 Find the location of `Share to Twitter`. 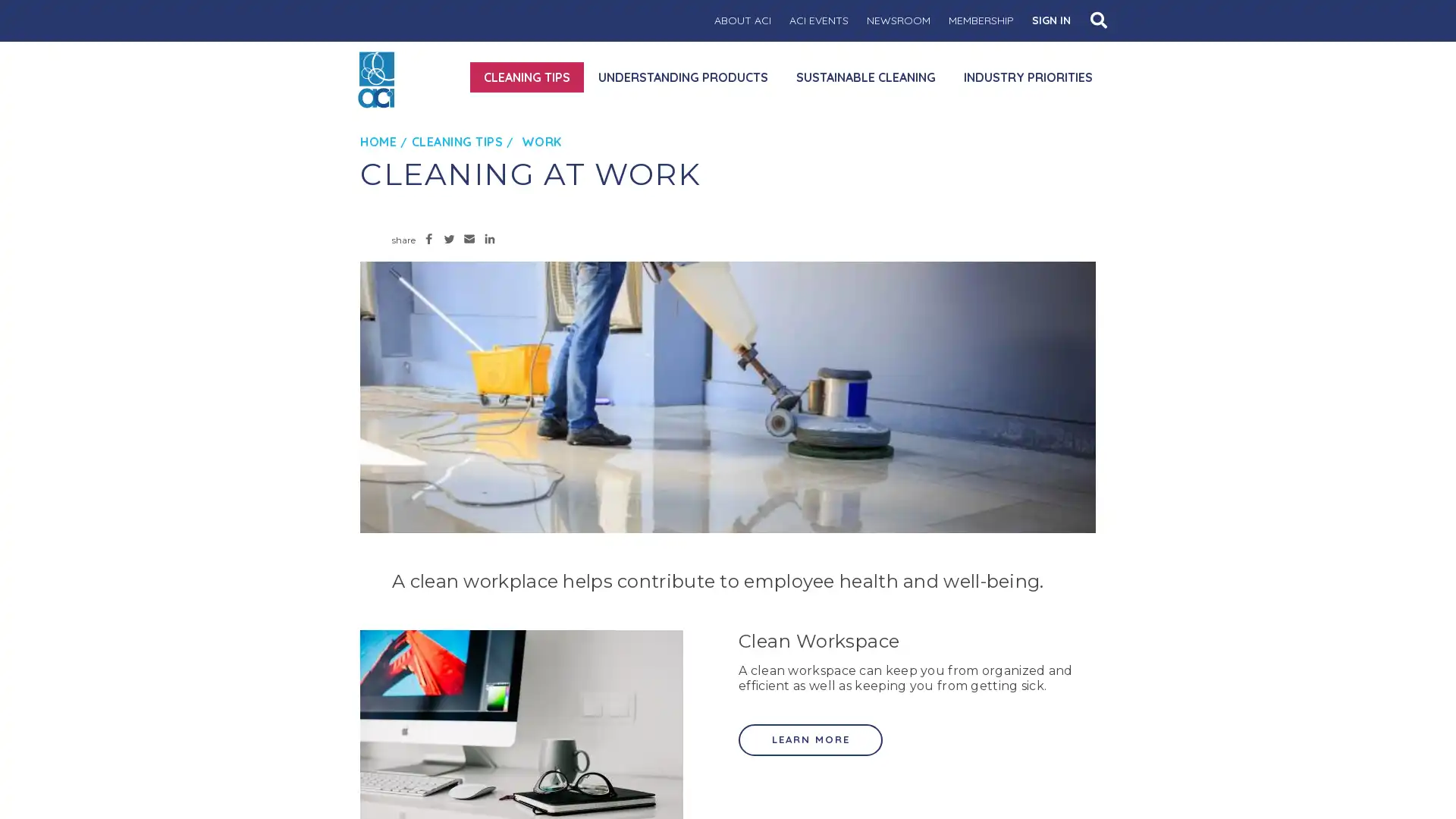

Share to Twitter is located at coordinates (446, 239).